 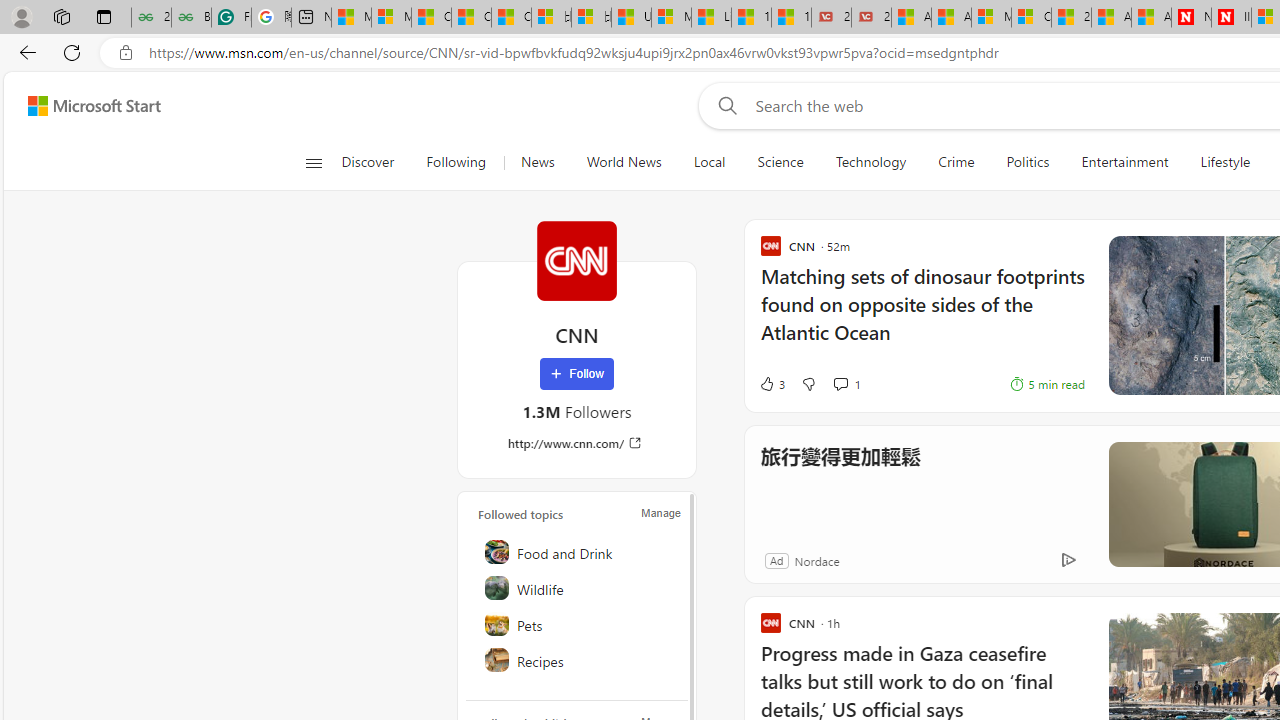 I want to click on 'Local', so click(x=709, y=162).